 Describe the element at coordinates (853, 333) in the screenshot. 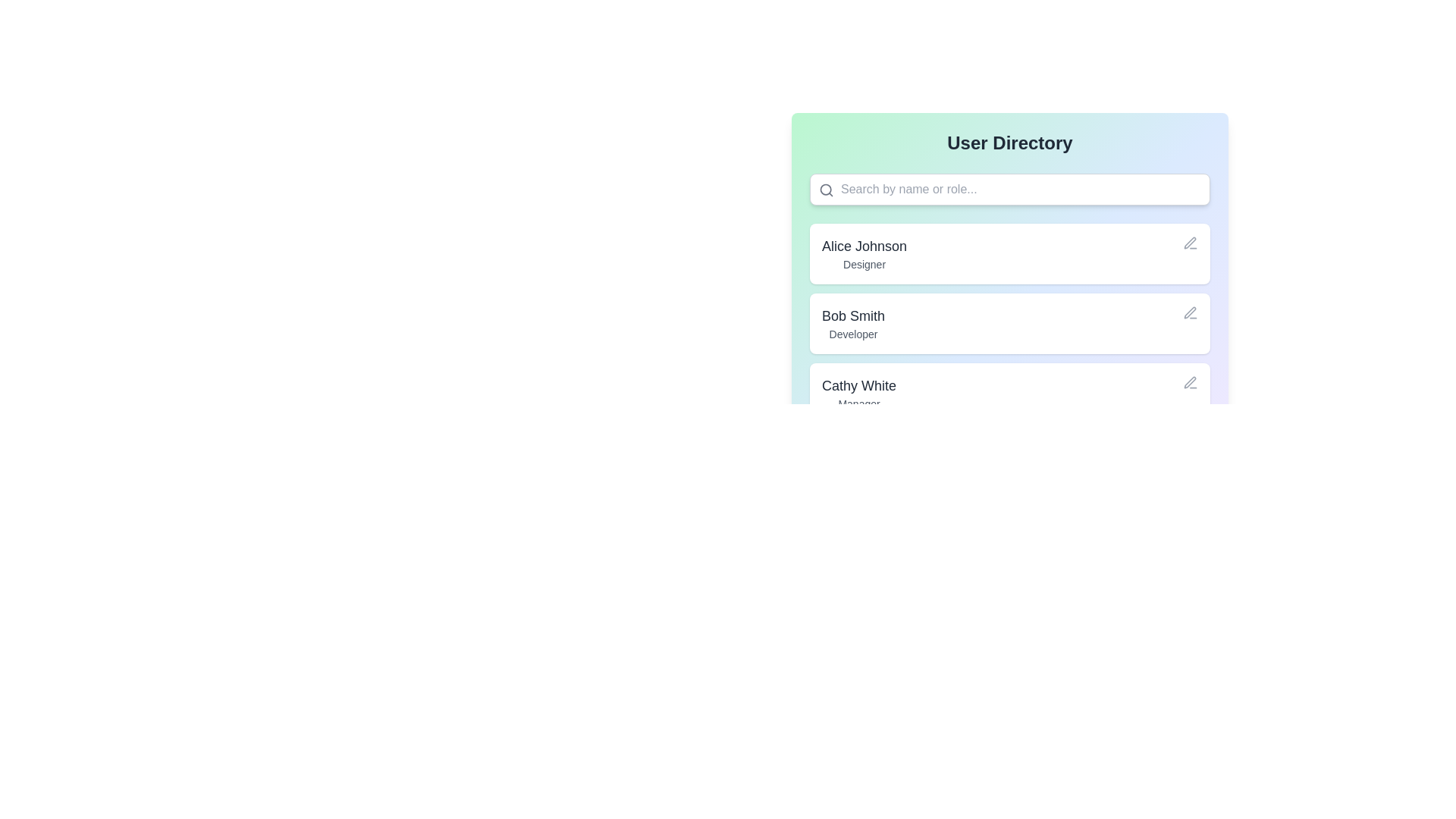

I see `the static text label indicating the role or occupation of the user 'Bob Smith' in the User Directory, located in the second list item` at that location.